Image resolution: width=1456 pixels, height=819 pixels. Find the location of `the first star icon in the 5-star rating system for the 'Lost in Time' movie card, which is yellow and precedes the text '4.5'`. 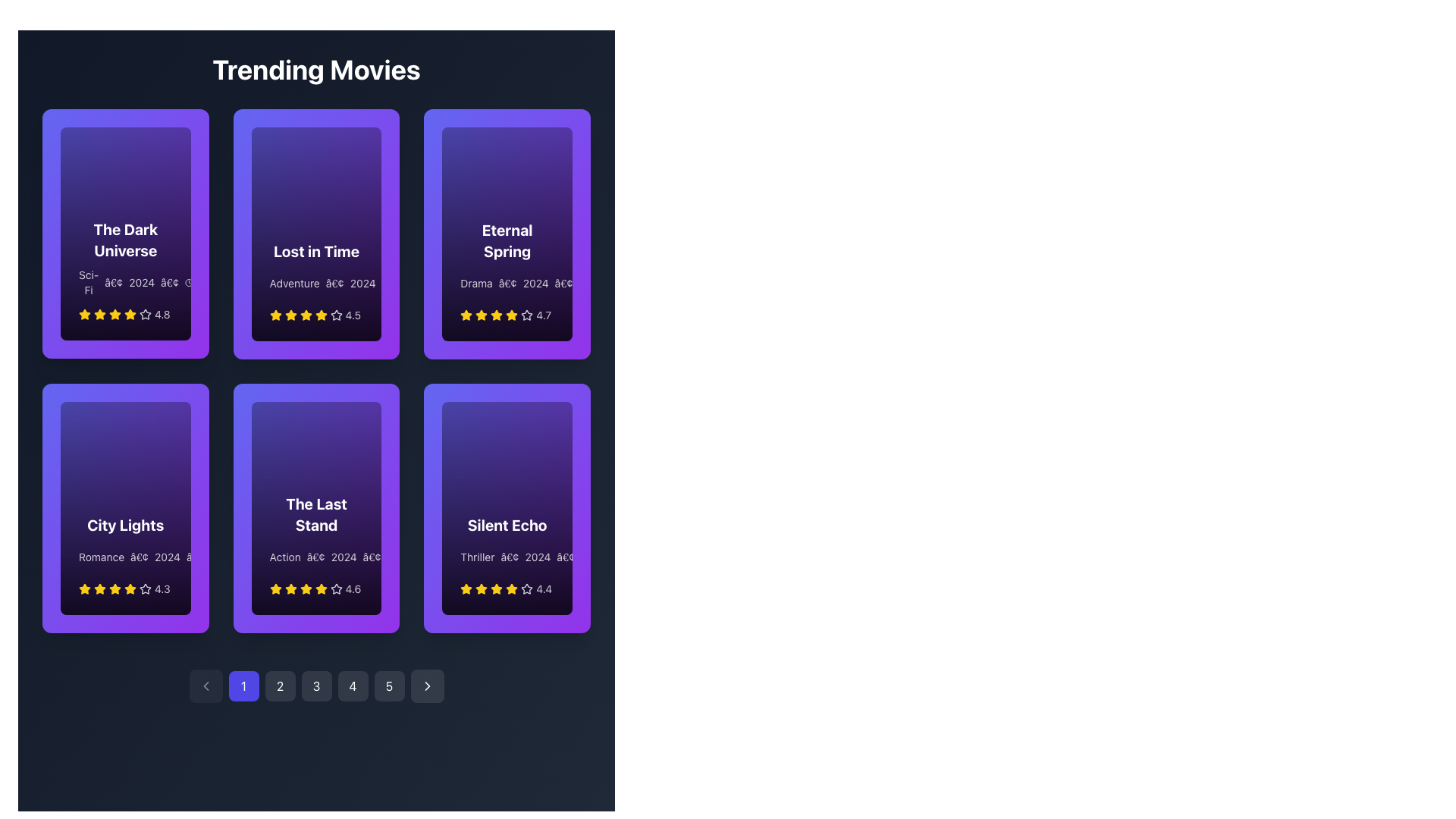

the first star icon in the 5-star rating system for the 'Lost in Time' movie card, which is yellow and precedes the text '4.5' is located at coordinates (275, 314).